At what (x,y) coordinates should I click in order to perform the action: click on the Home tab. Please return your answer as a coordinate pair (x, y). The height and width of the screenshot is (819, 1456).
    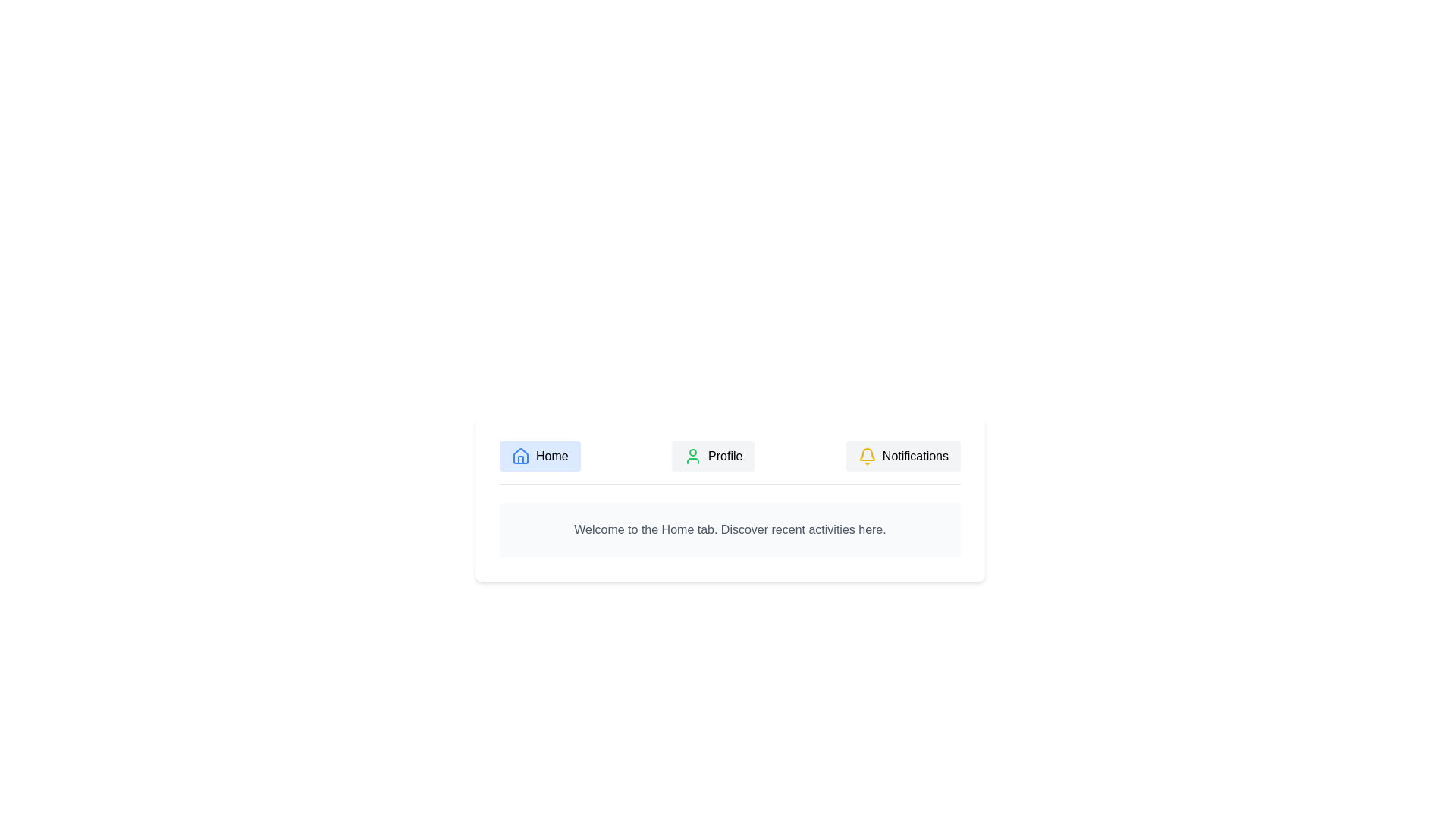
    Looking at the image, I should click on (539, 455).